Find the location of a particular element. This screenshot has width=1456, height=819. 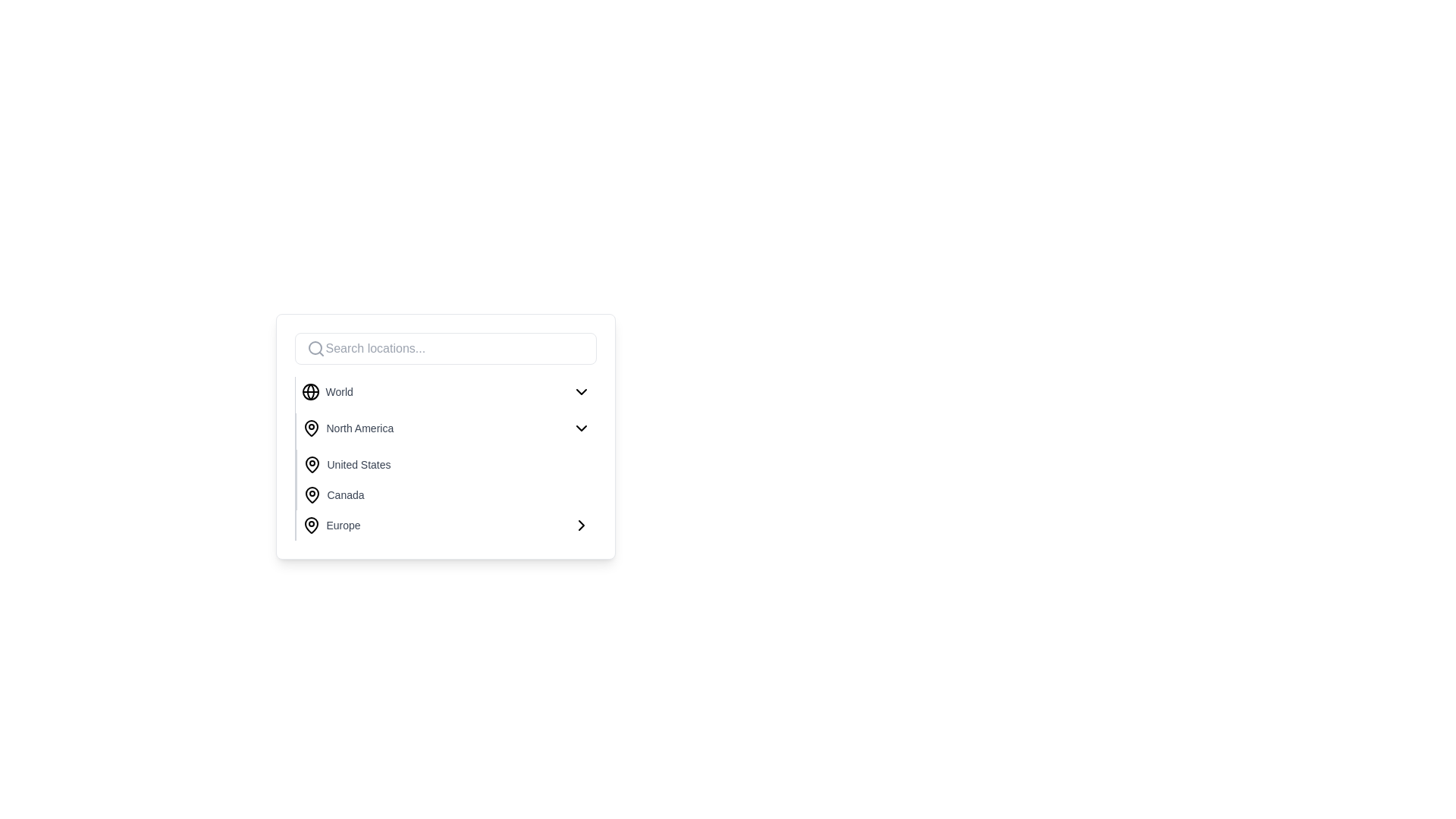

the static text label 'United States' is located at coordinates (358, 464).